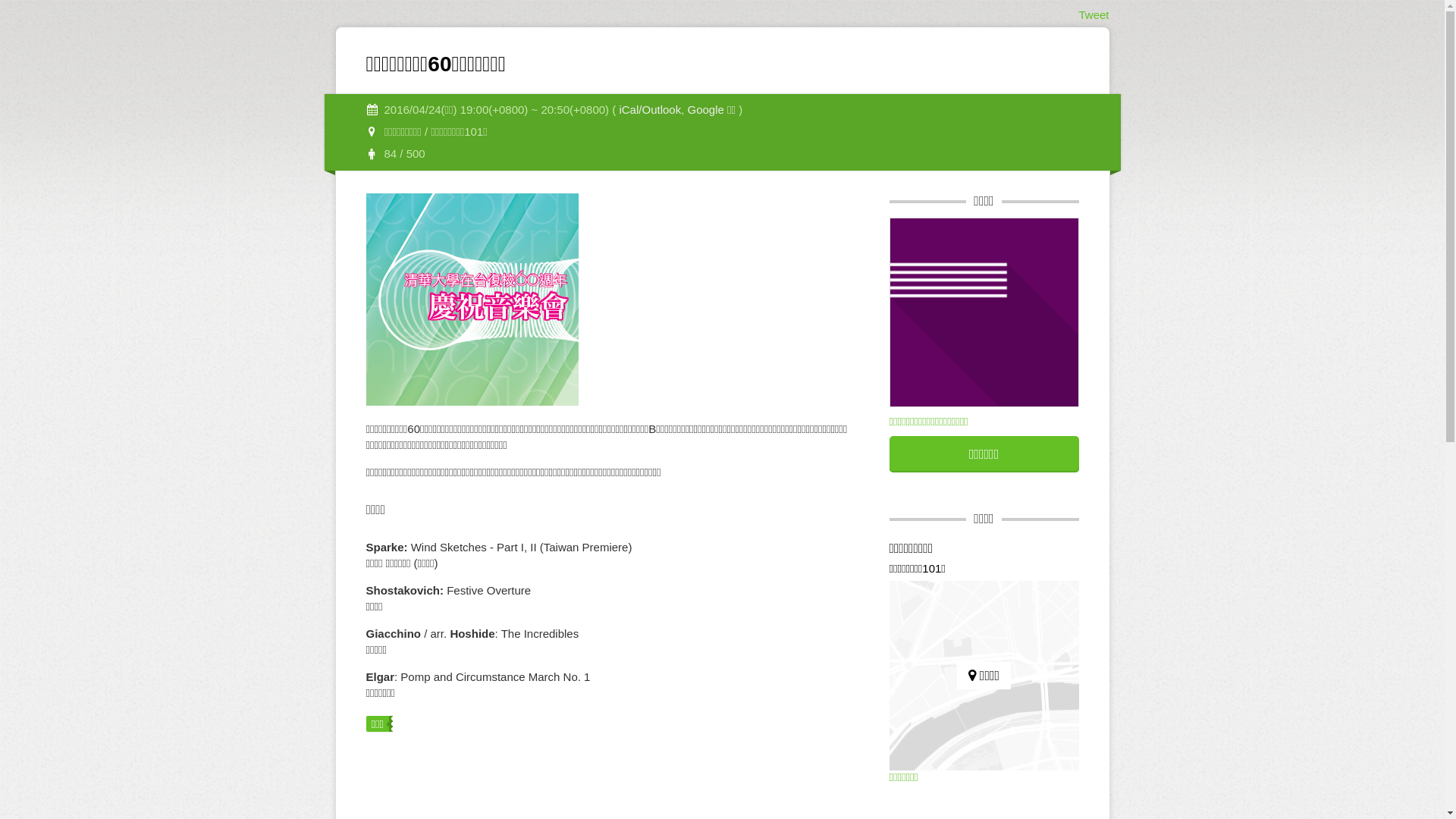 The height and width of the screenshot is (819, 1456). I want to click on 'Tweet', so click(1093, 14).